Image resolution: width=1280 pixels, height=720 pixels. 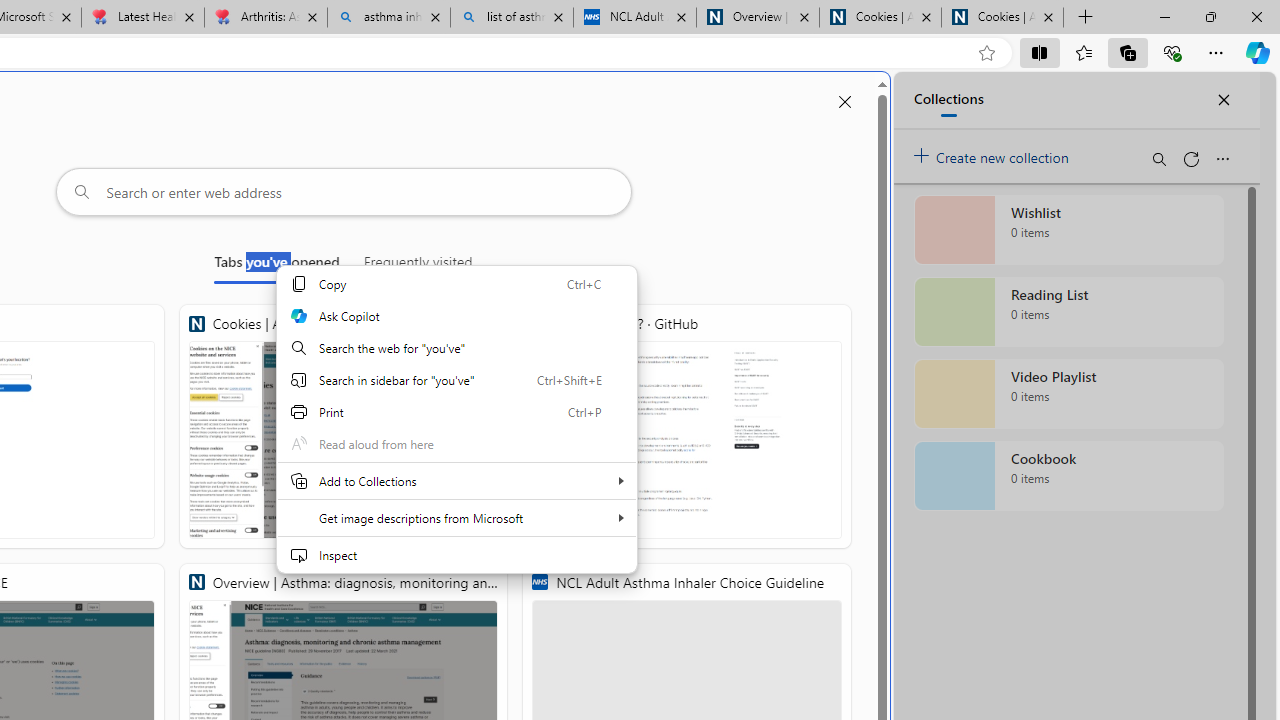 What do you see at coordinates (455, 347) in the screenshot?
I see `'Search the web for "you'` at bounding box center [455, 347].